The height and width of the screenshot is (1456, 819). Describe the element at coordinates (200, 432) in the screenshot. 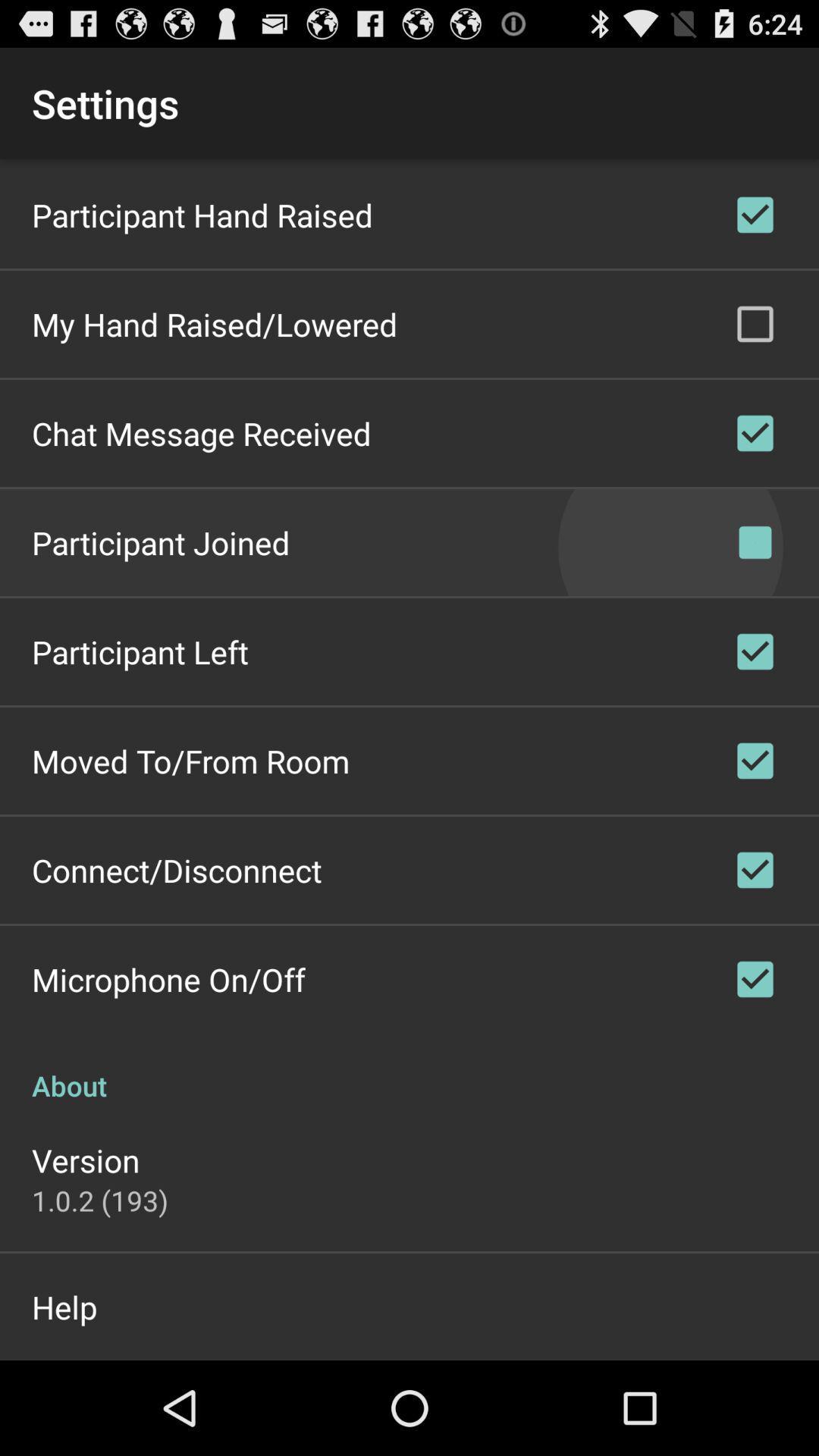

I see `item above participant joined item` at that location.